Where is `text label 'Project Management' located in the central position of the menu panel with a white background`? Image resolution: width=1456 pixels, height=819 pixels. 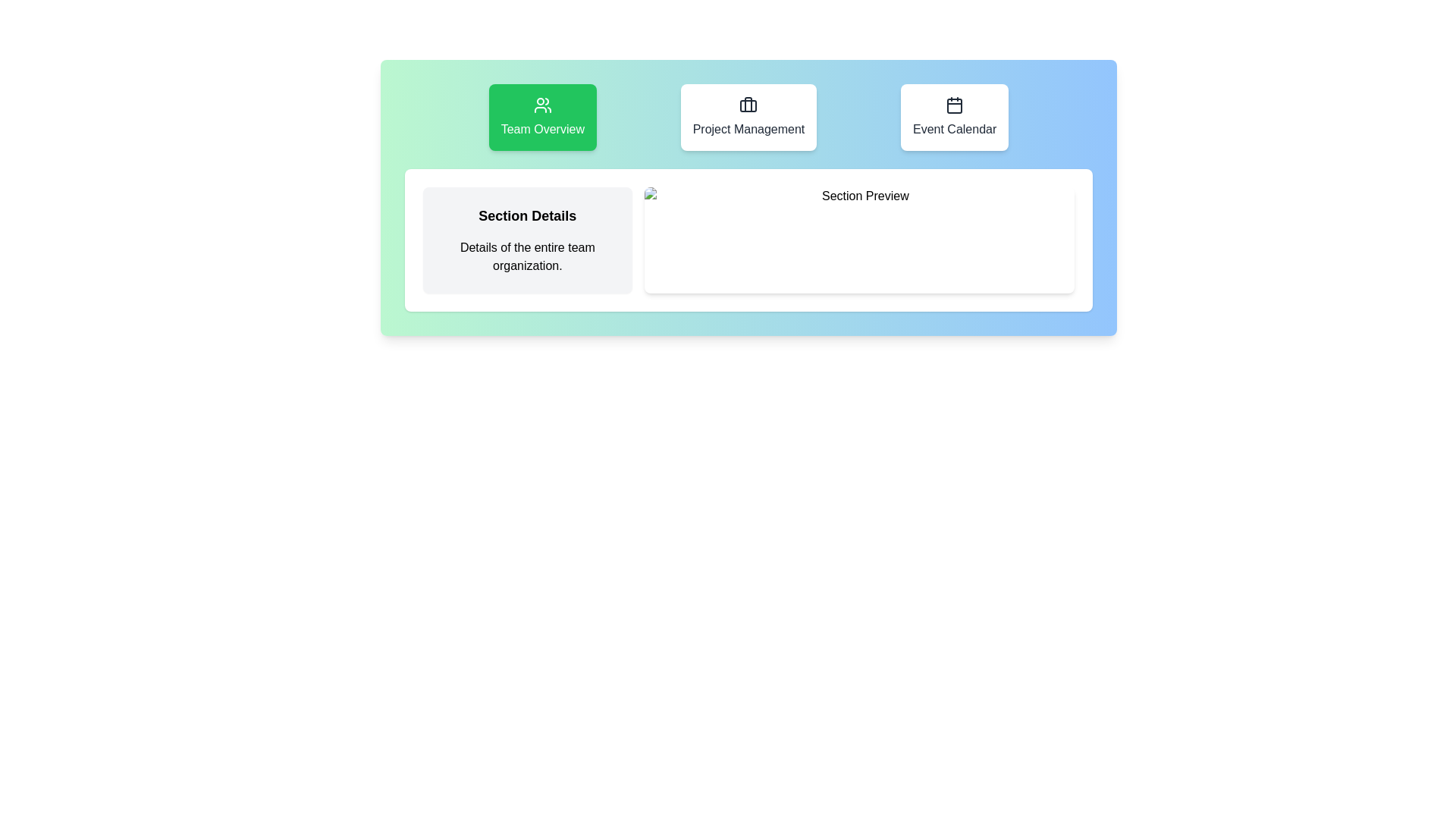 text label 'Project Management' located in the central position of the menu panel with a white background is located at coordinates (748, 128).